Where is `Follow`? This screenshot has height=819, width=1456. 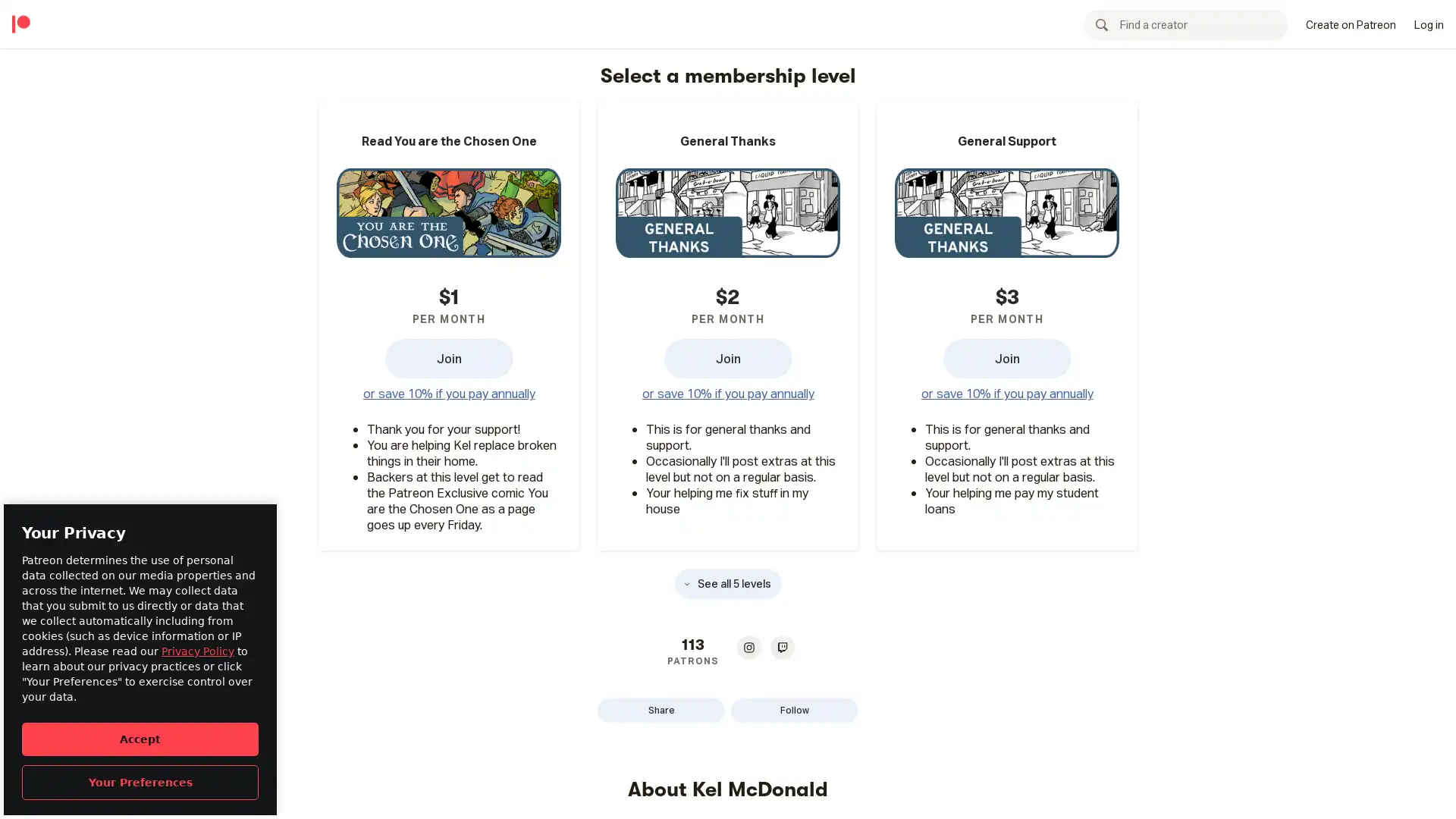
Follow is located at coordinates (793, 710).